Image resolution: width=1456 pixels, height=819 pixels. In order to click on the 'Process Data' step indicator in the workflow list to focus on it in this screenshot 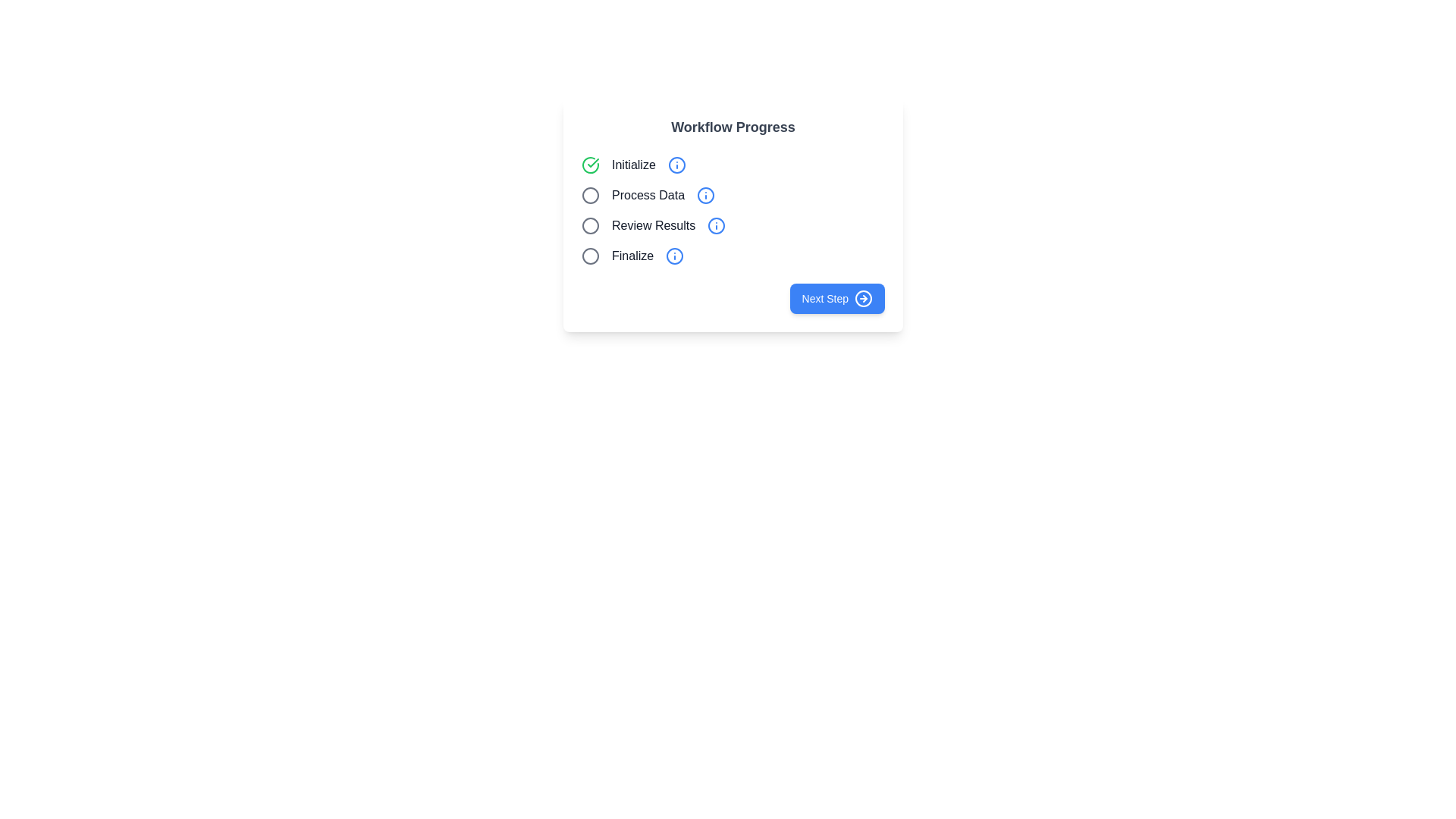, I will do `click(733, 195)`.